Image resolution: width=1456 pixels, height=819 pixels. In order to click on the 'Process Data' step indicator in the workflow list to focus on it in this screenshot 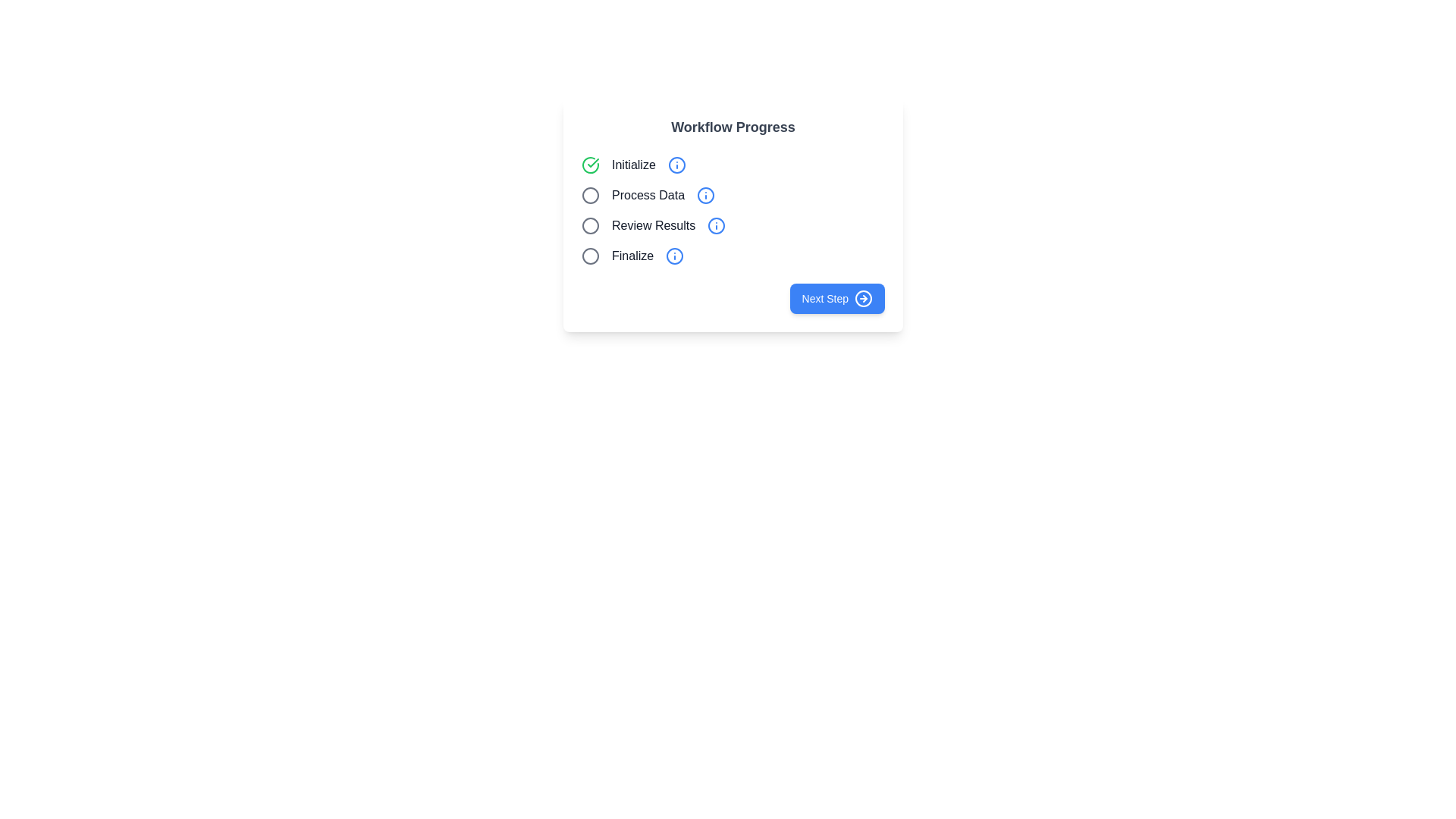, I will do `click(733, 195)`.